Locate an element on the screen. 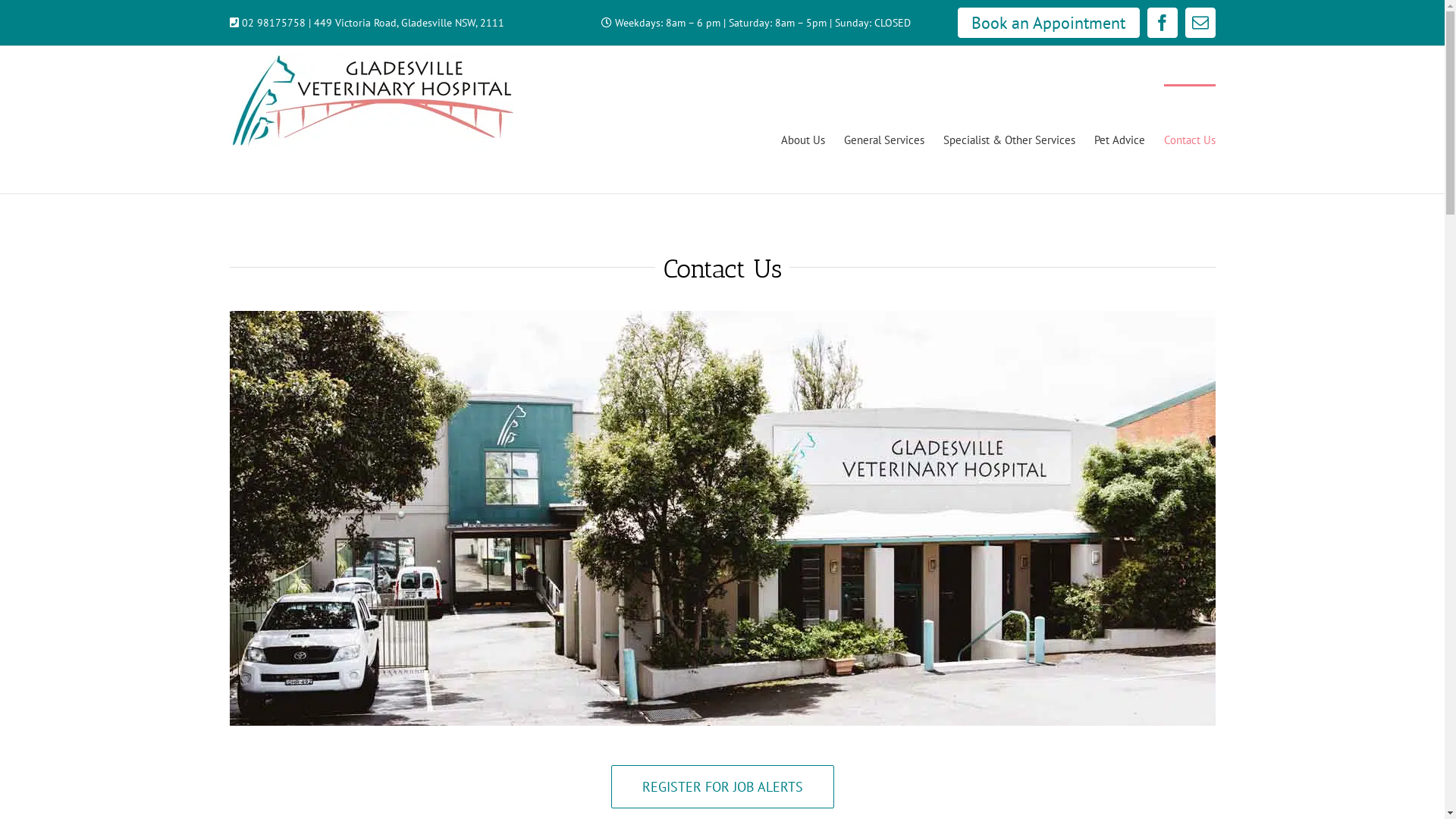 This screenshot has height=819, width=1456. '02 98175758' is located at coordinates (273, 23).